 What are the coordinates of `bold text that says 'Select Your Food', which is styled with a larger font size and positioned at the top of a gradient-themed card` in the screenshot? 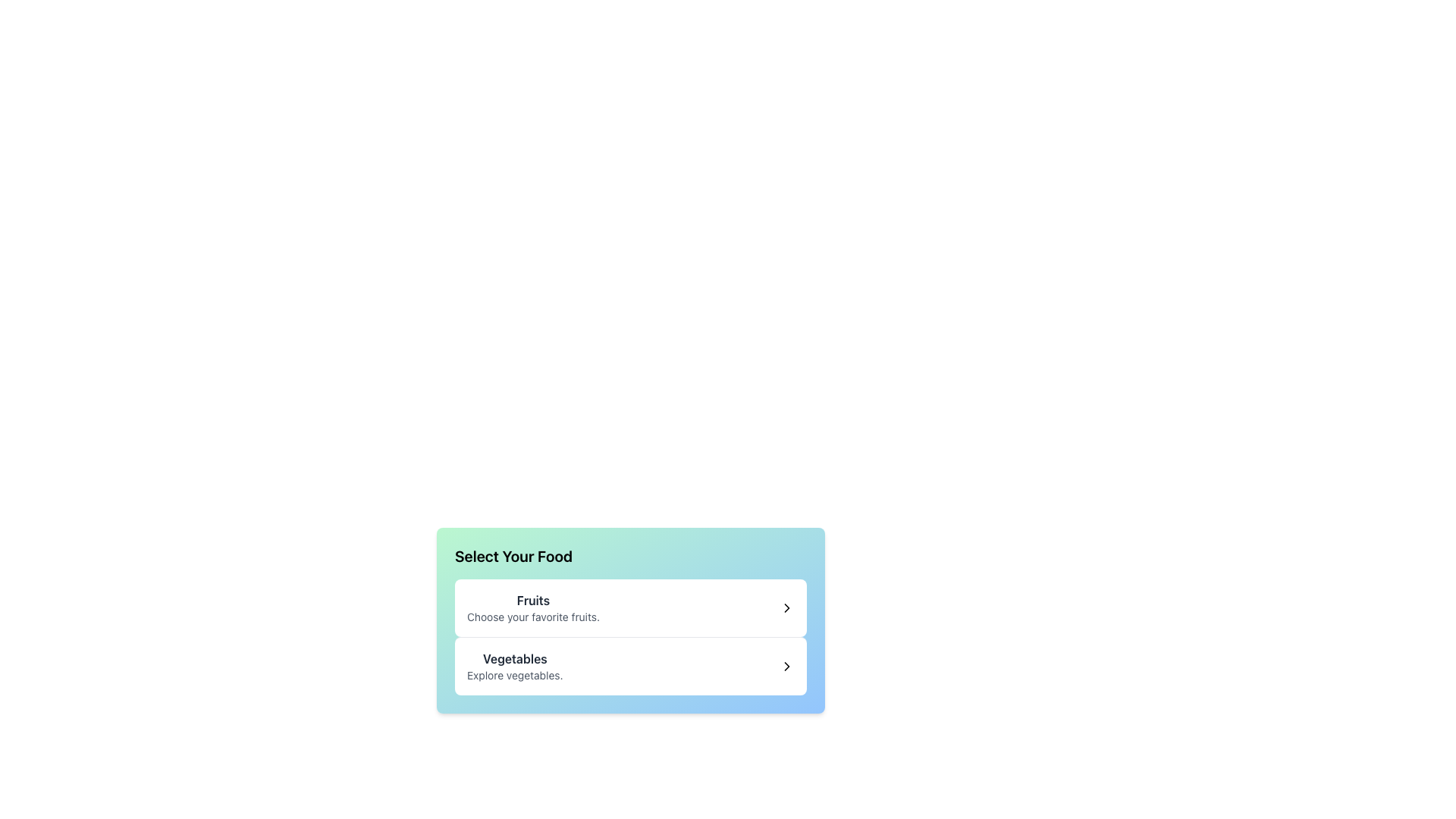 It's located at (513, 556).